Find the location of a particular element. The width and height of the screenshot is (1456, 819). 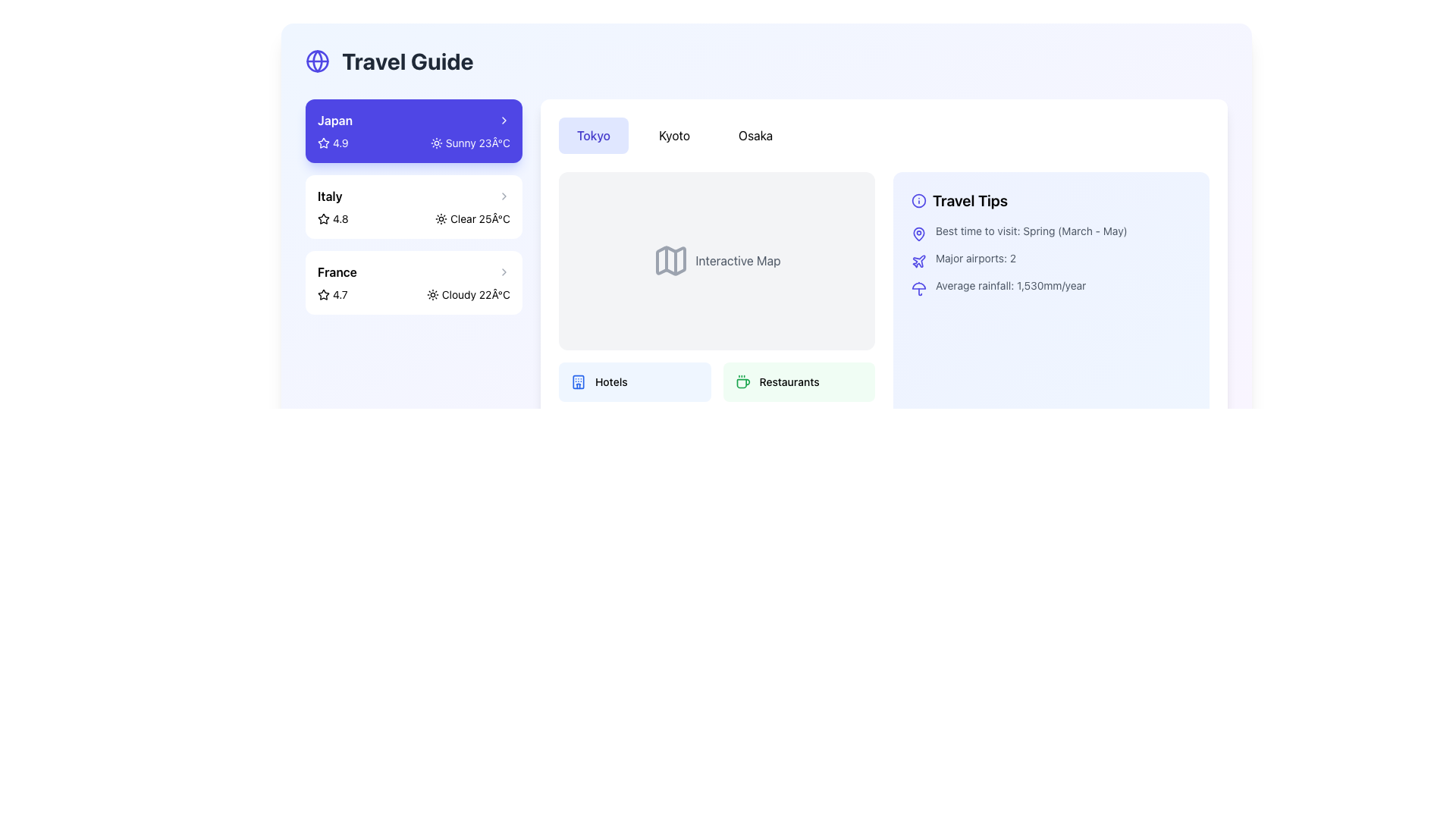

the weather condition label displaying 'Cloudy 22°C' with a sun icon, located in the 'France' list item in the left sidebar is located at coordinates (475, 295).